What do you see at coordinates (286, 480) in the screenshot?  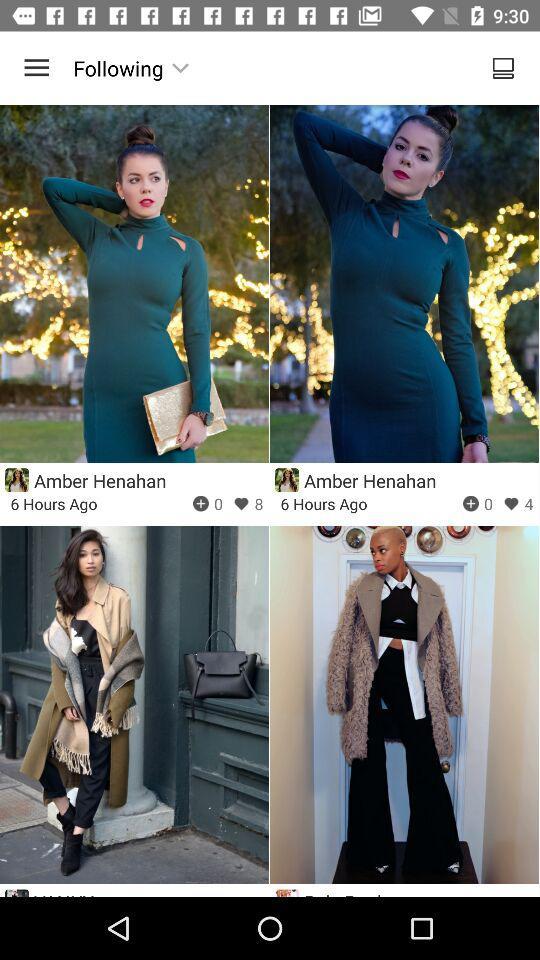 I see `profile` at bounding box center [286, 480].